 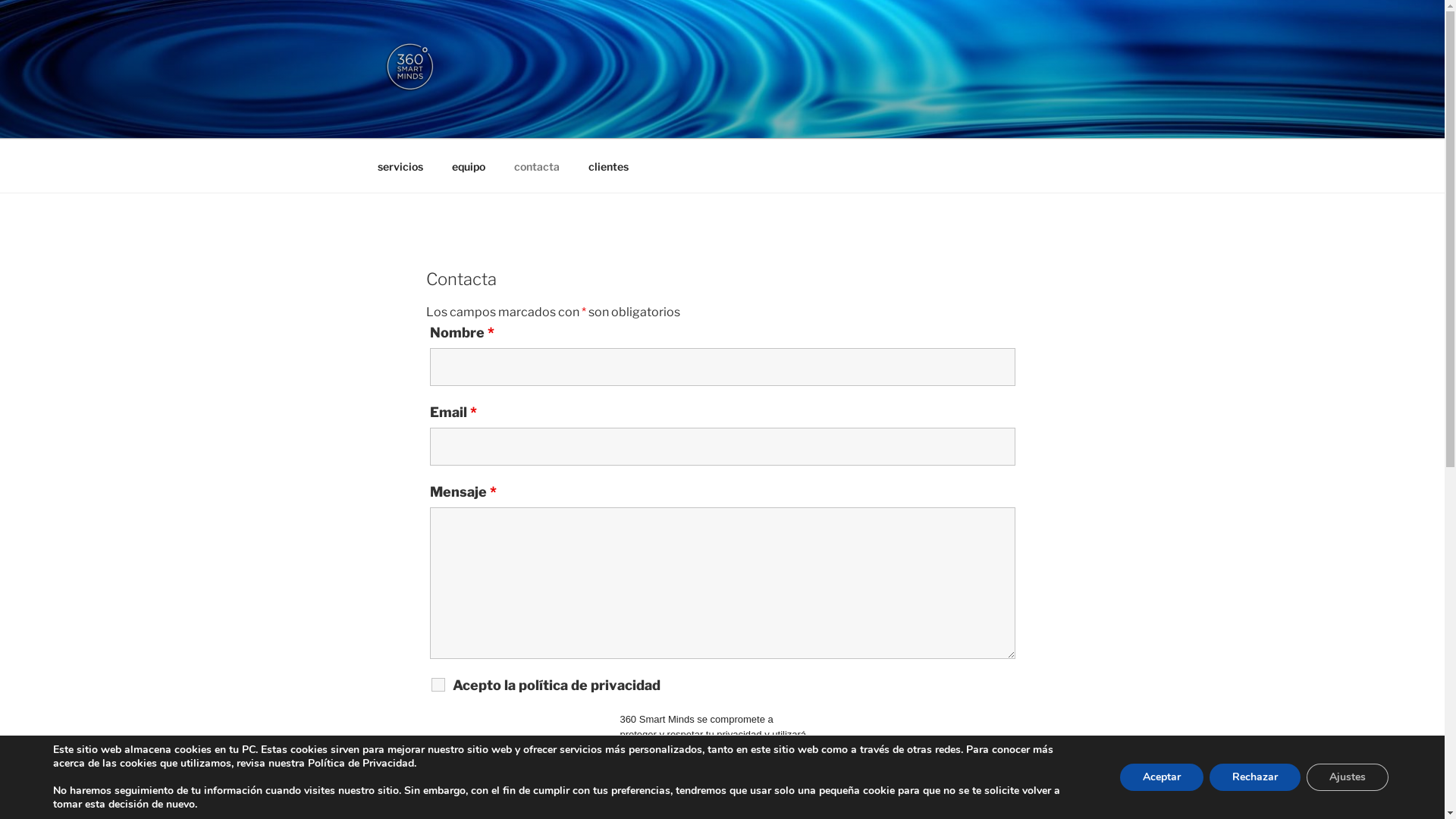 I want to click on 'Ajustes', so click(x=1306, y=777).